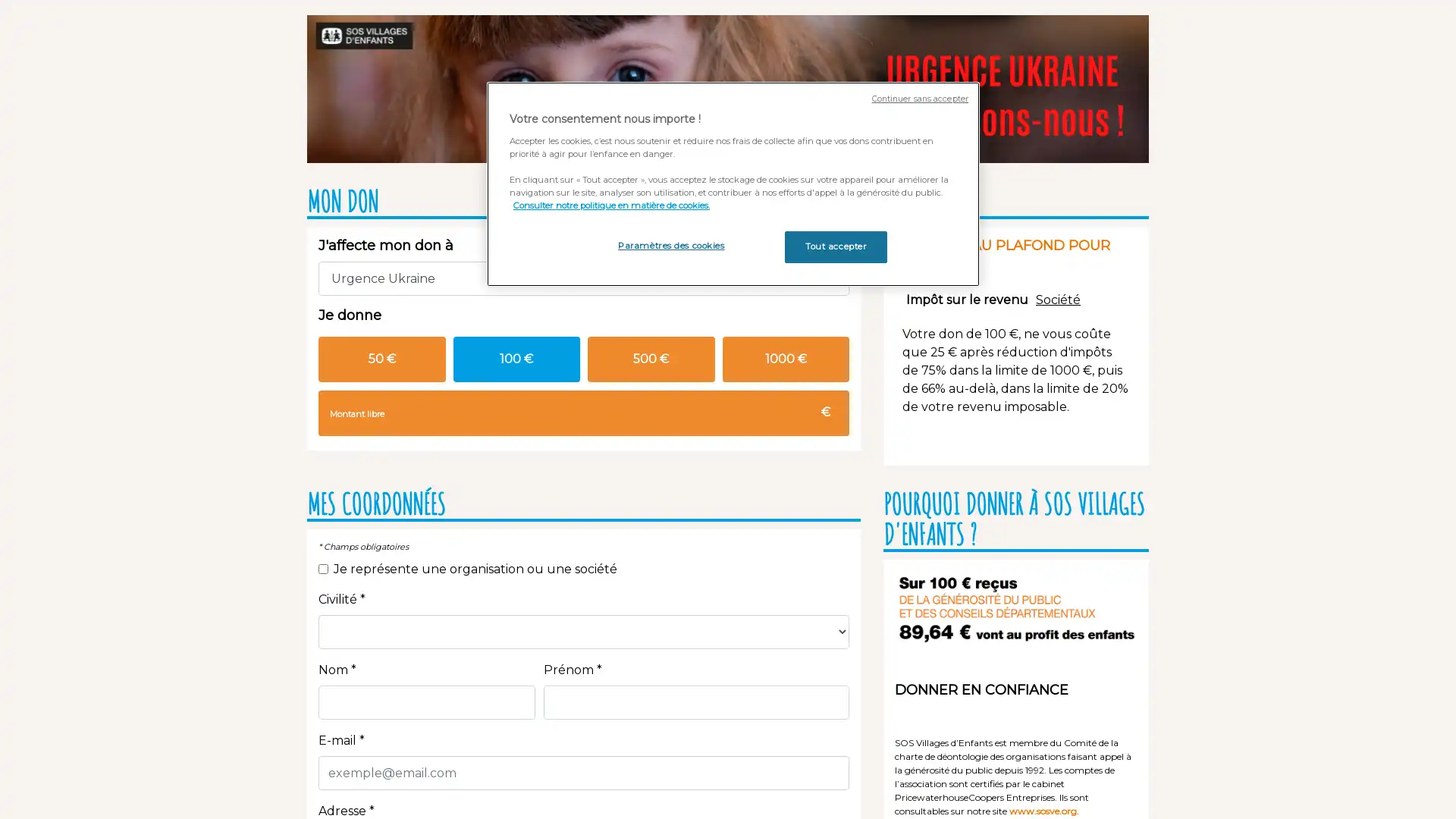 The height and width of the screenshot is (819, 1456). Describe the element at coordinates (786, 359) in the screenshot. I see `1000` at that location.